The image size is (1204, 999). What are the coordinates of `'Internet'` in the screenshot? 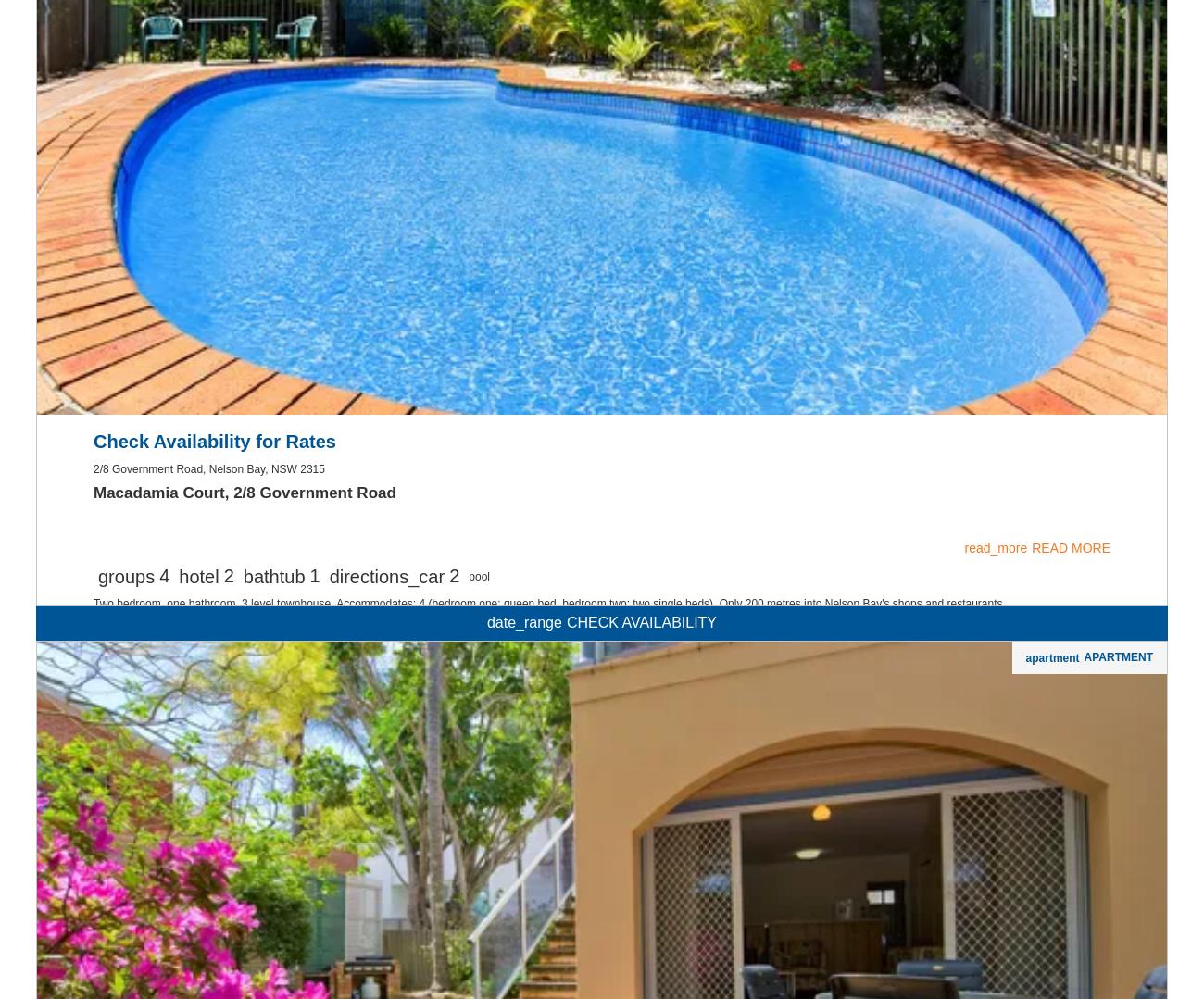 It's located at (601, 44).